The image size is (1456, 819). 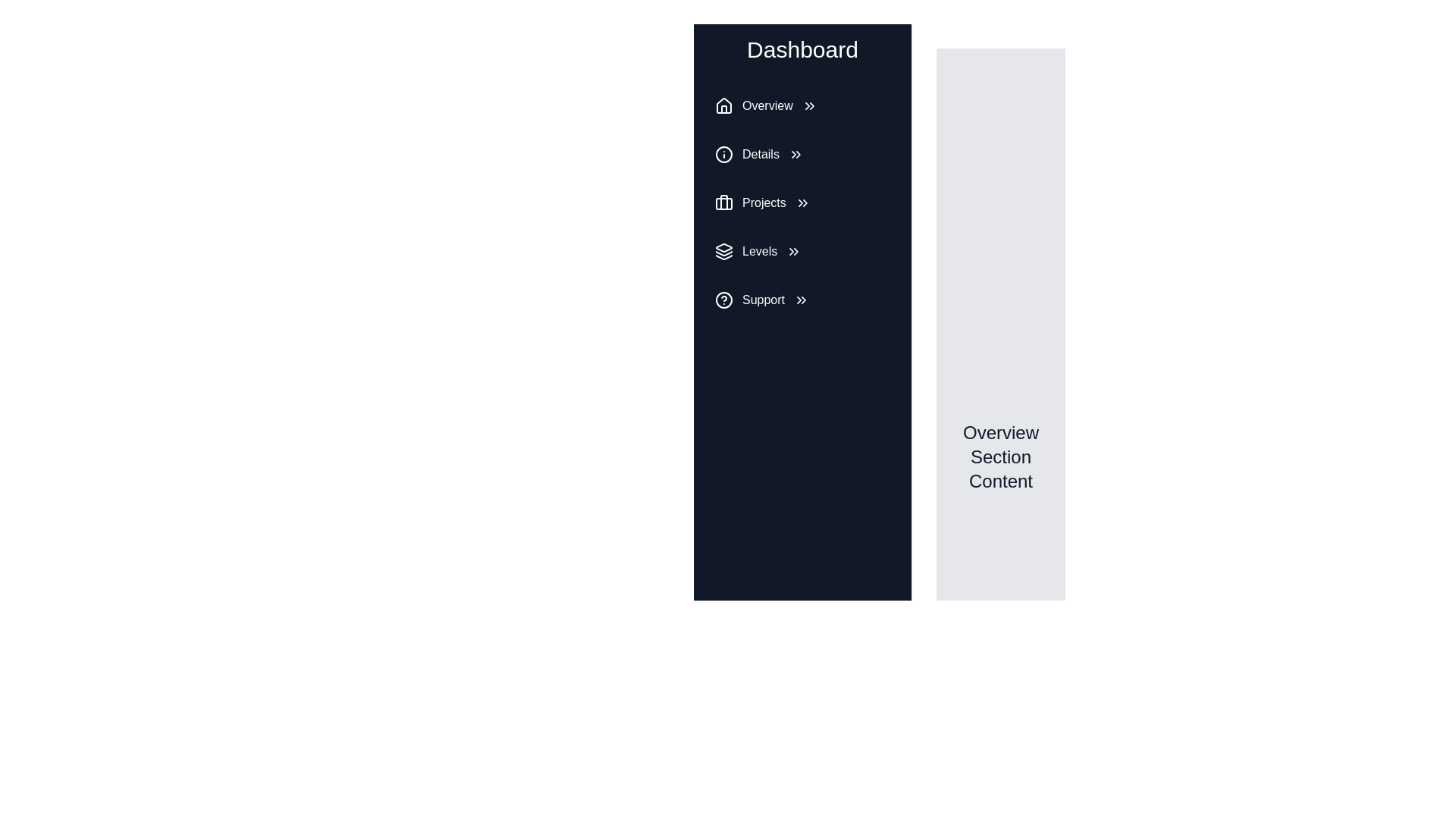 I want to click on the Navigation icon, which consists of two right-pointing chevrons in line art style, located to the far right of the 'Details' text in the Dashboard section's vertical menu, so click(x=795, y=155).